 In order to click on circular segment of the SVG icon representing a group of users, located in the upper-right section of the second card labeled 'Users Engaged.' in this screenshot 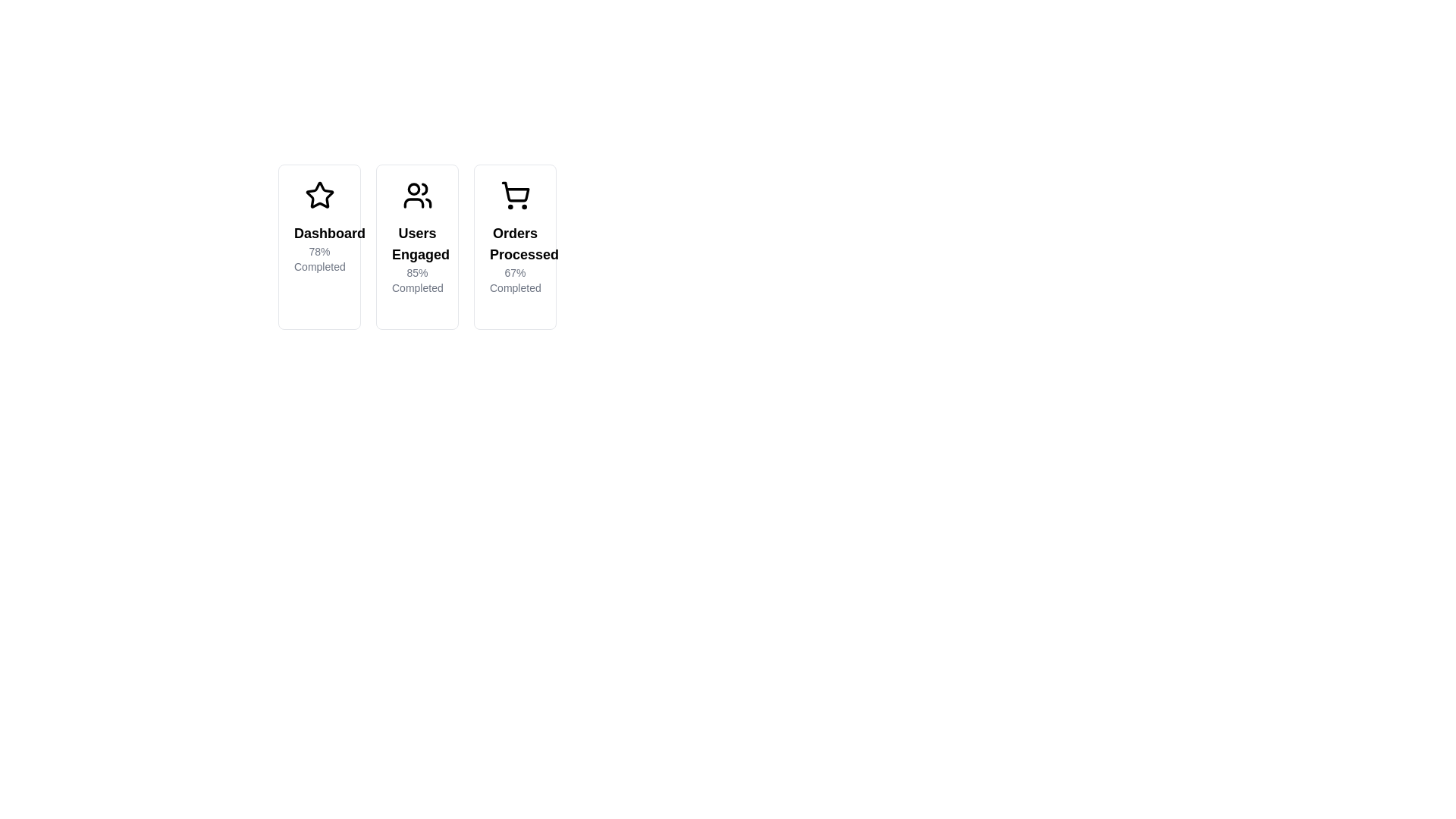, I will do `click(424, 188)`.